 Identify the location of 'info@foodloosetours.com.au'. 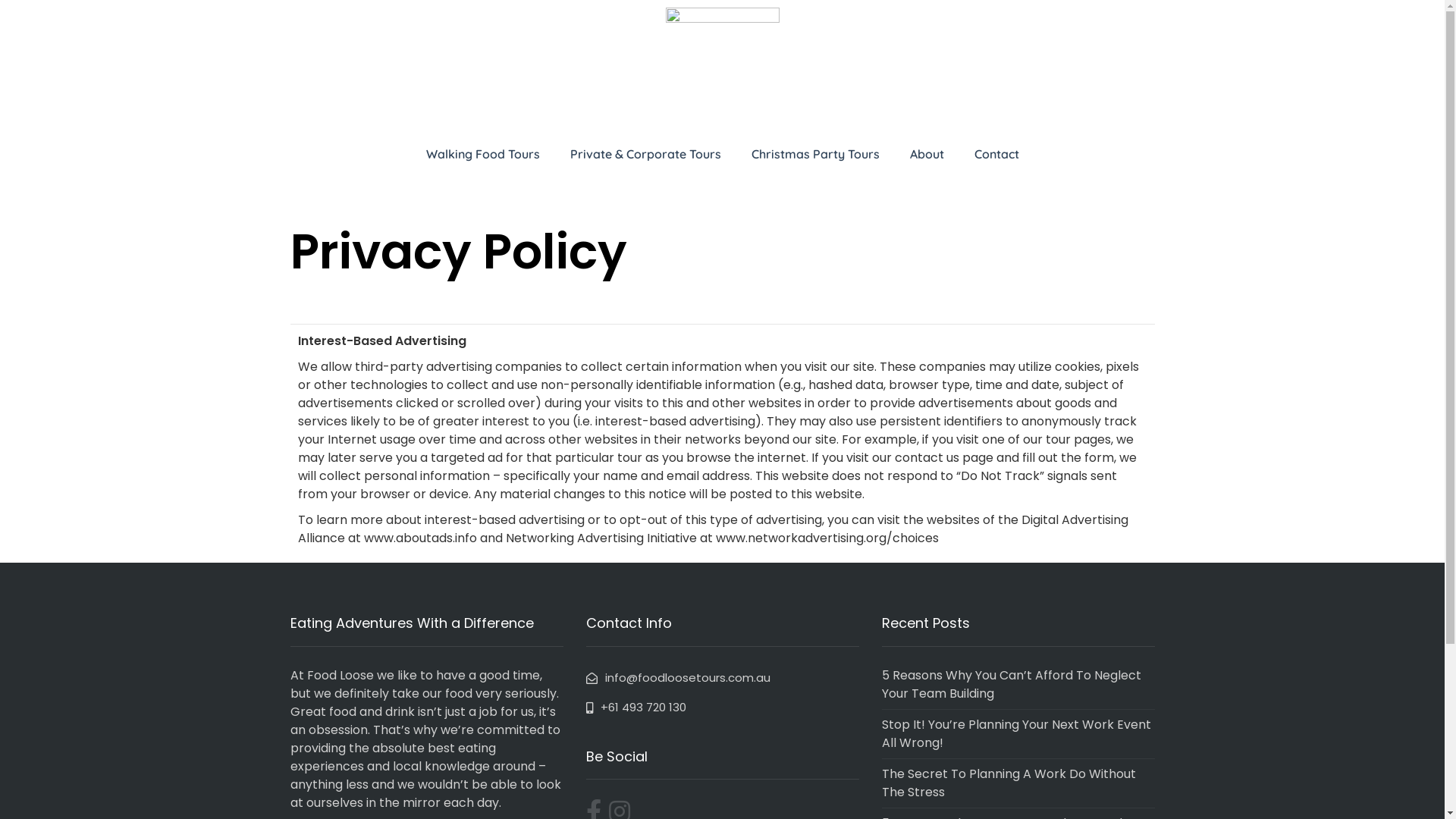
(676, 676).